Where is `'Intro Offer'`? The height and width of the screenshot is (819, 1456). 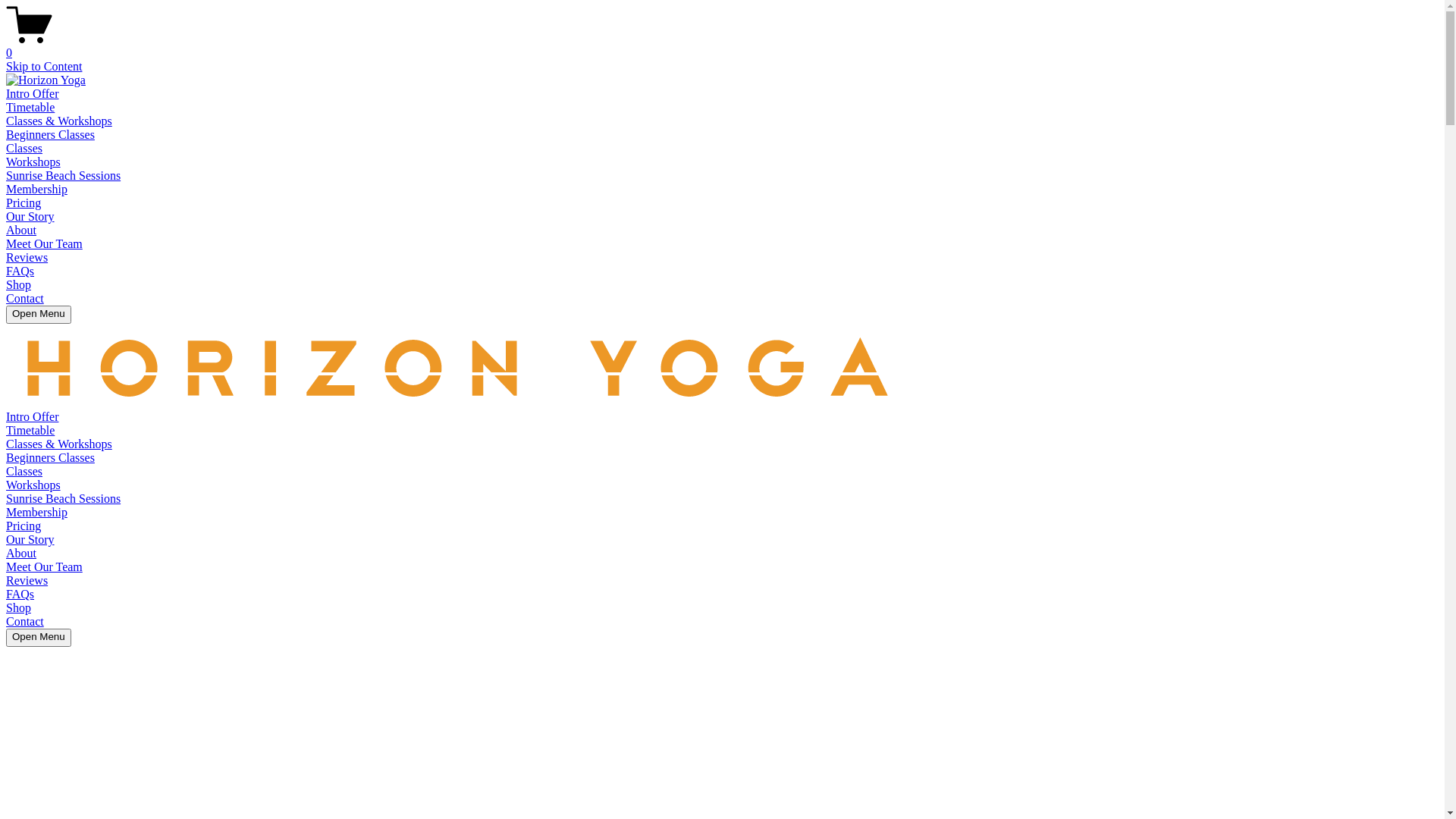 'Intro Offer' is located at coordinates (32, 93).